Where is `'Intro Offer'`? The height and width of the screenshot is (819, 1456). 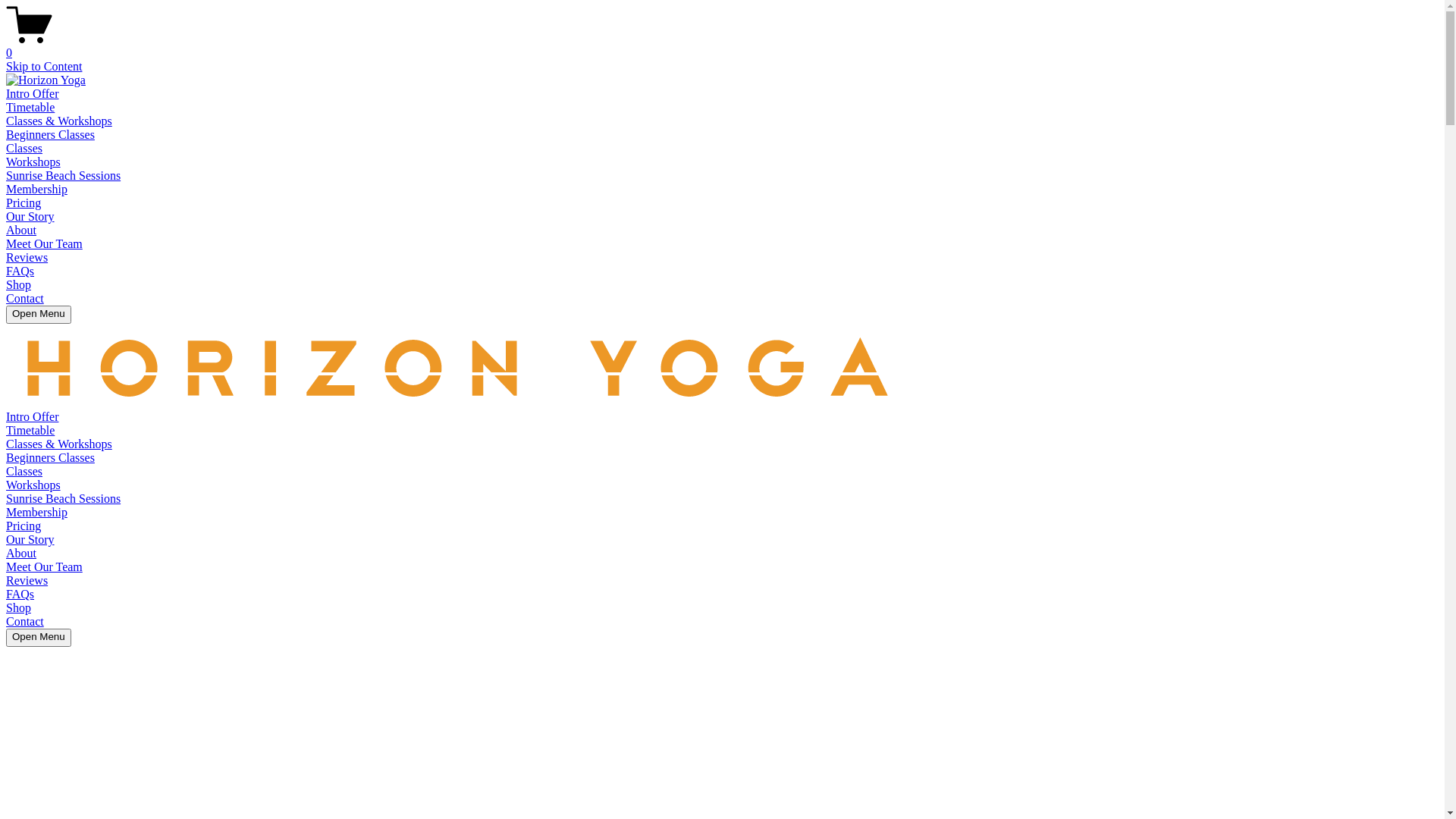 'Intro Offer' is located at coordinates (32, 93).